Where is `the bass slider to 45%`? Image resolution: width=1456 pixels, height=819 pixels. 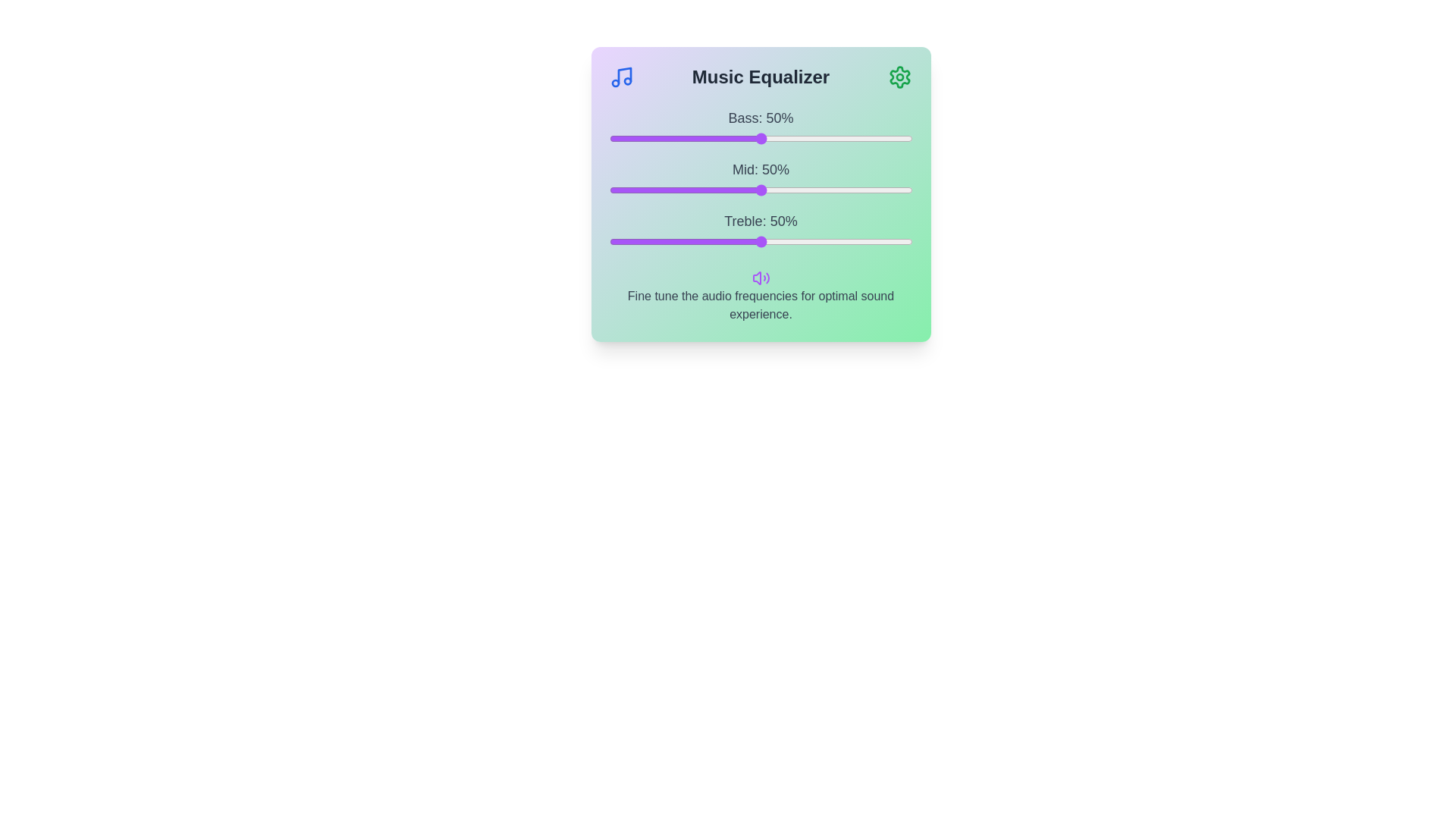
the bass slider to 45% is located at coordinates (745, 138).